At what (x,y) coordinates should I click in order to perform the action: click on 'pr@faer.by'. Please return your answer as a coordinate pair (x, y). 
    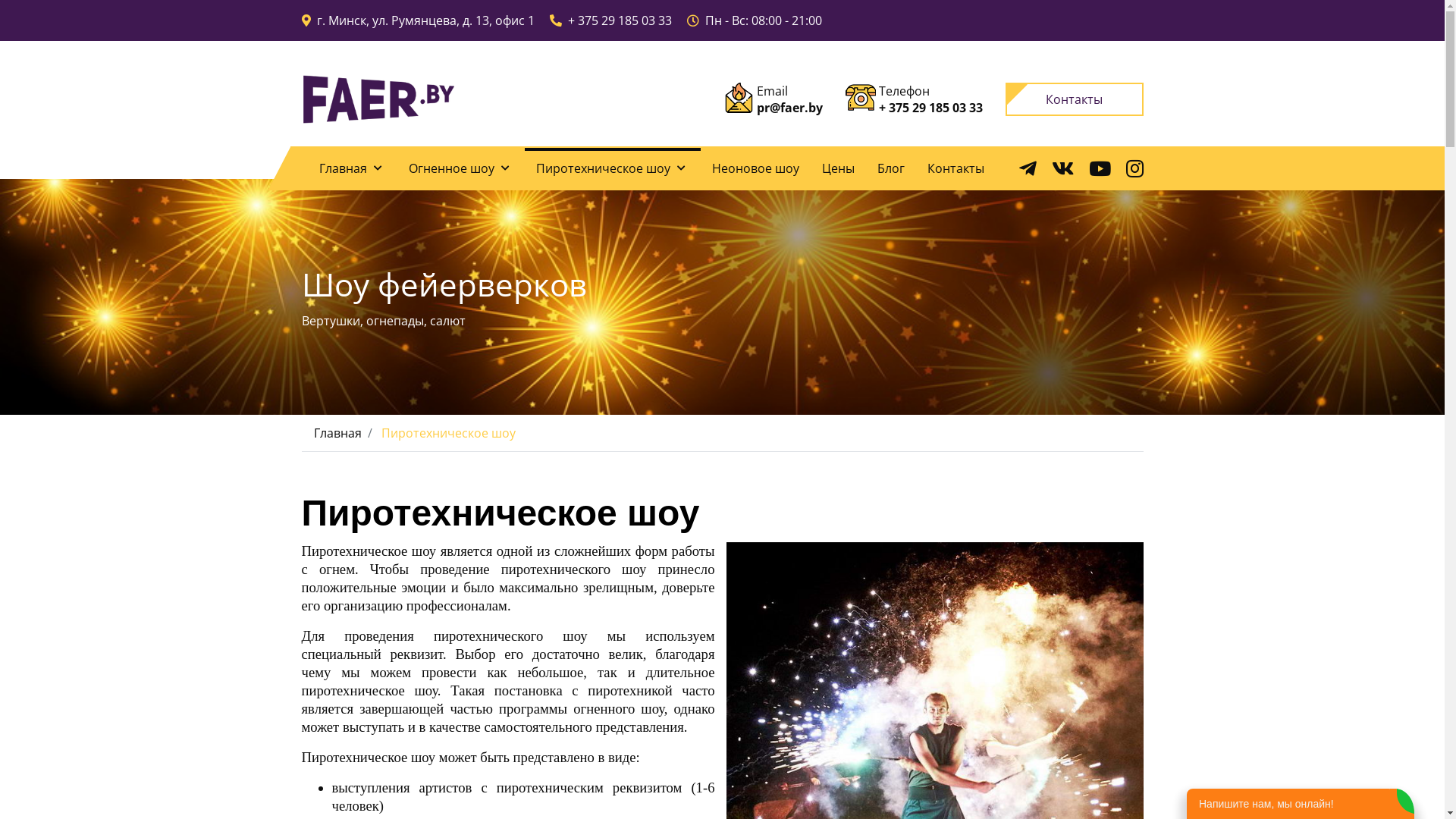
    Looking at the image, I should click on (789, 107).